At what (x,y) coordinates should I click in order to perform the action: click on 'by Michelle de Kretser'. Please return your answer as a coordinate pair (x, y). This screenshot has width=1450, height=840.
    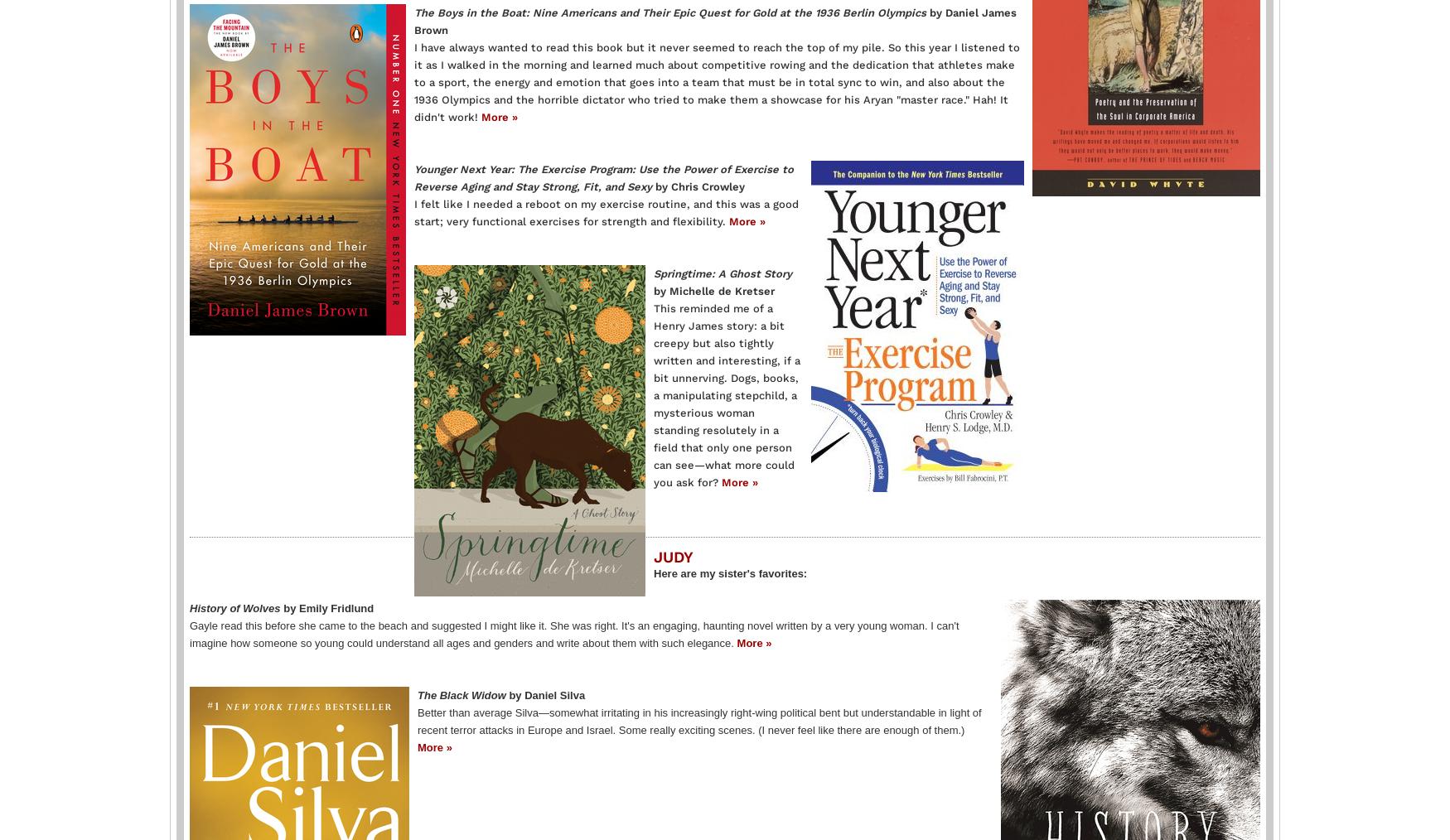
    Looking at the image, I should click on (714, 289).